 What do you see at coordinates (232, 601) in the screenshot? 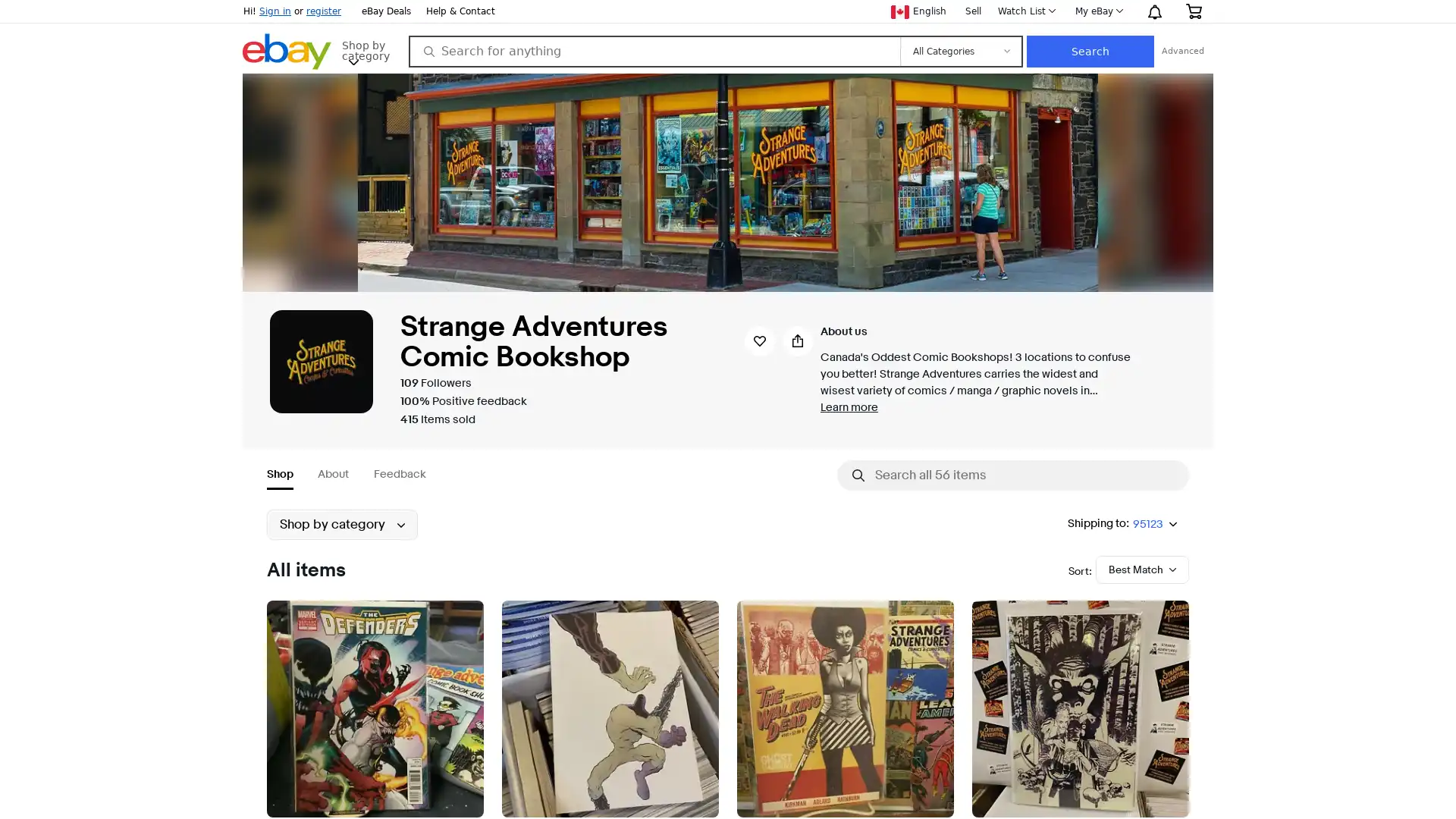
I see `Submenu of Collectibles` at bounding box center [232, 601].